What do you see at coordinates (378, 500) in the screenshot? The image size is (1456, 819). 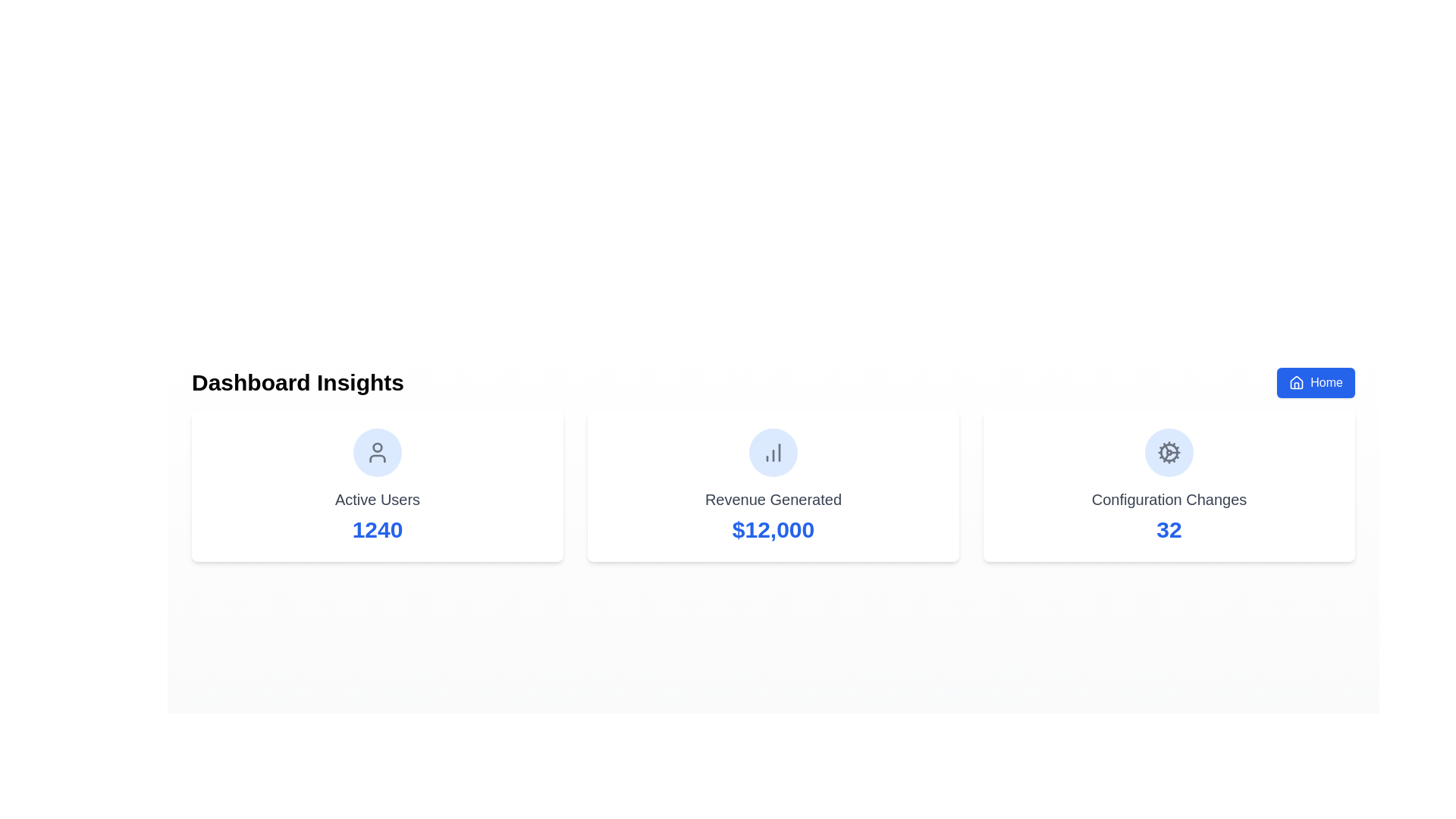 I see `the text label 'Active Users', which is styled in medium gray and positioned above the blue number '1240' in the first card of a three-card grid layout` at bounding box center [378, 500].